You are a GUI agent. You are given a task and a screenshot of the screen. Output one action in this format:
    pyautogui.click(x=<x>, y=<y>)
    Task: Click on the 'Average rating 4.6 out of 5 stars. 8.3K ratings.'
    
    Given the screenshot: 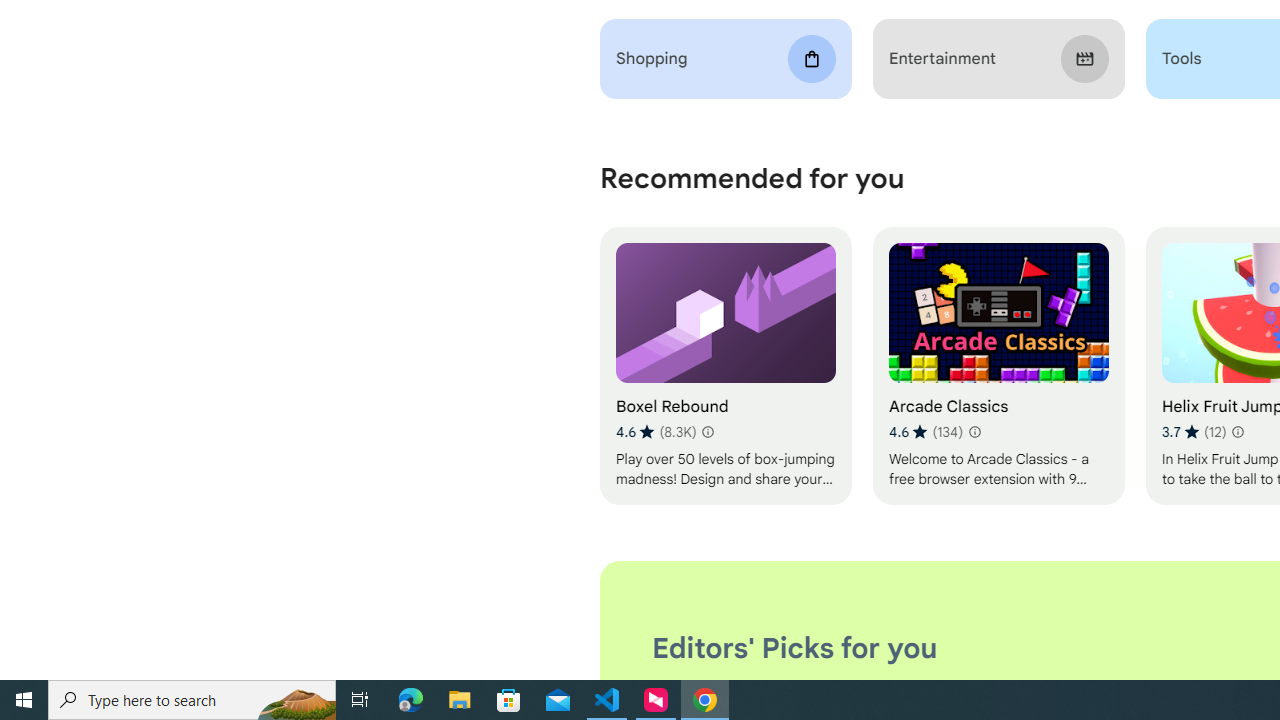 What is the action you would take?
    pyautogui.click(x=656, y=431)
    